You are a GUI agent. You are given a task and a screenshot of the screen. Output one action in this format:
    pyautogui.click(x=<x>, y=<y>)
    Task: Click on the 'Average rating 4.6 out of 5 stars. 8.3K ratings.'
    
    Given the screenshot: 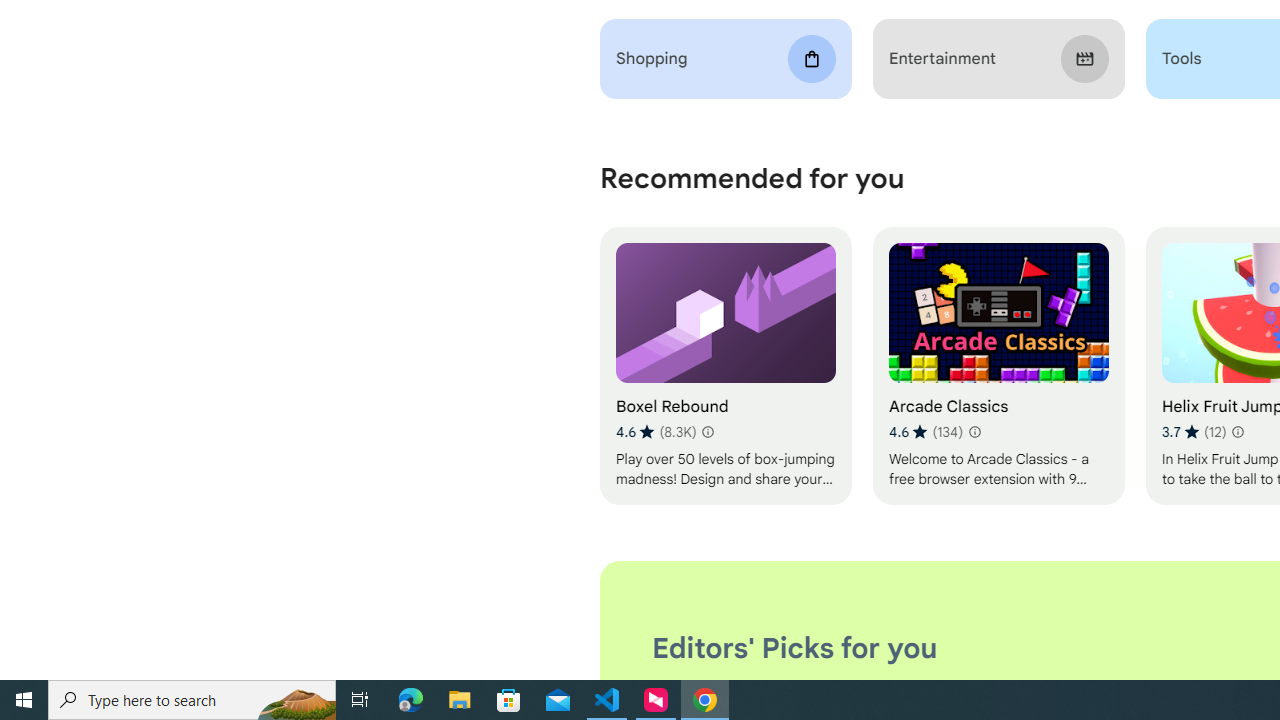 What is the action you would take?
    pyautogui.click(x=656, y=431)
    